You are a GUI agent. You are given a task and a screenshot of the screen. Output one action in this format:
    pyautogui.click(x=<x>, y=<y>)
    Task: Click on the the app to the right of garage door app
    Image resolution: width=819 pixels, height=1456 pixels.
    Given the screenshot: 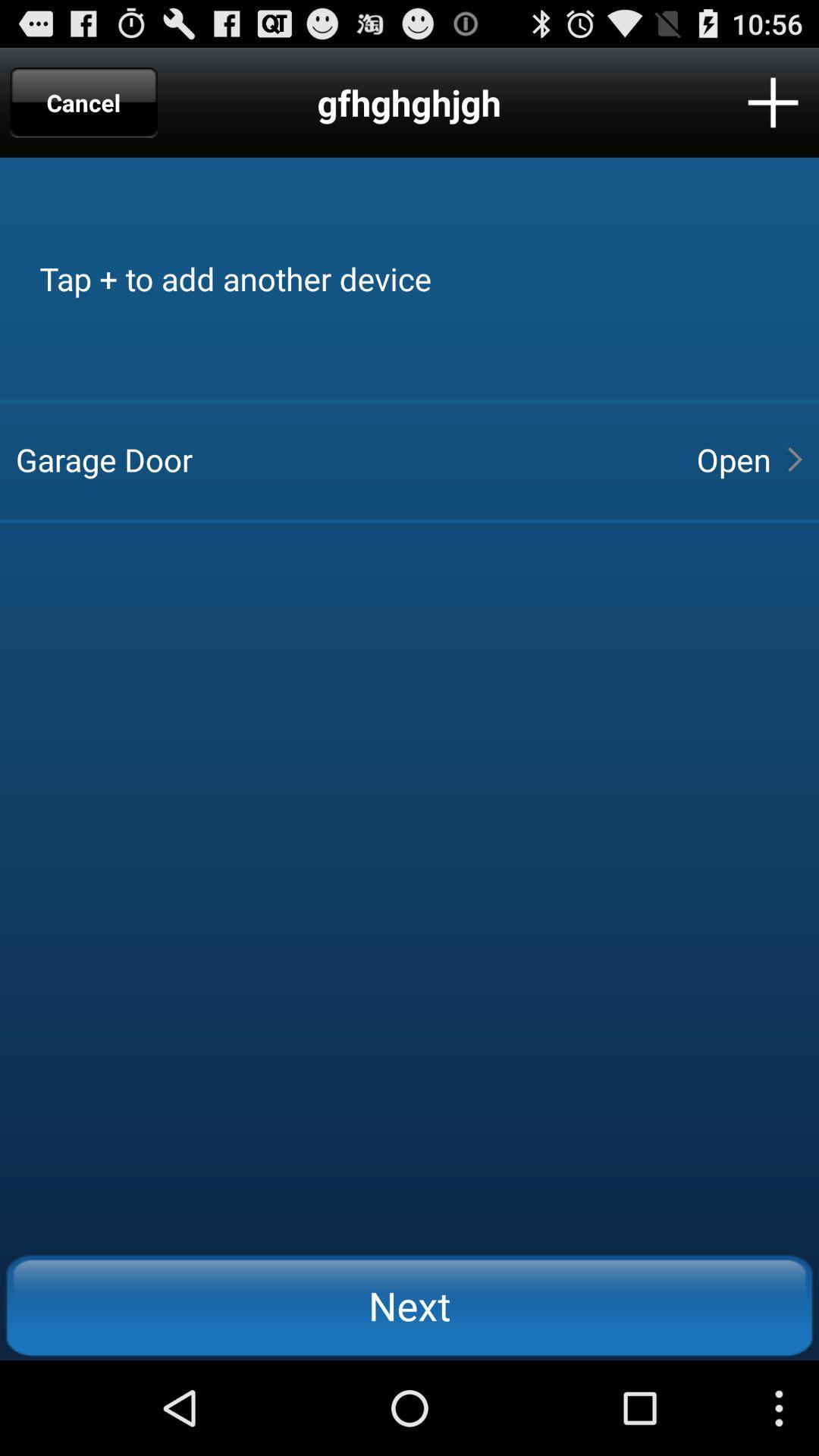 What is the action you would take?
    pyautogui.click(x=733, y=458)
    